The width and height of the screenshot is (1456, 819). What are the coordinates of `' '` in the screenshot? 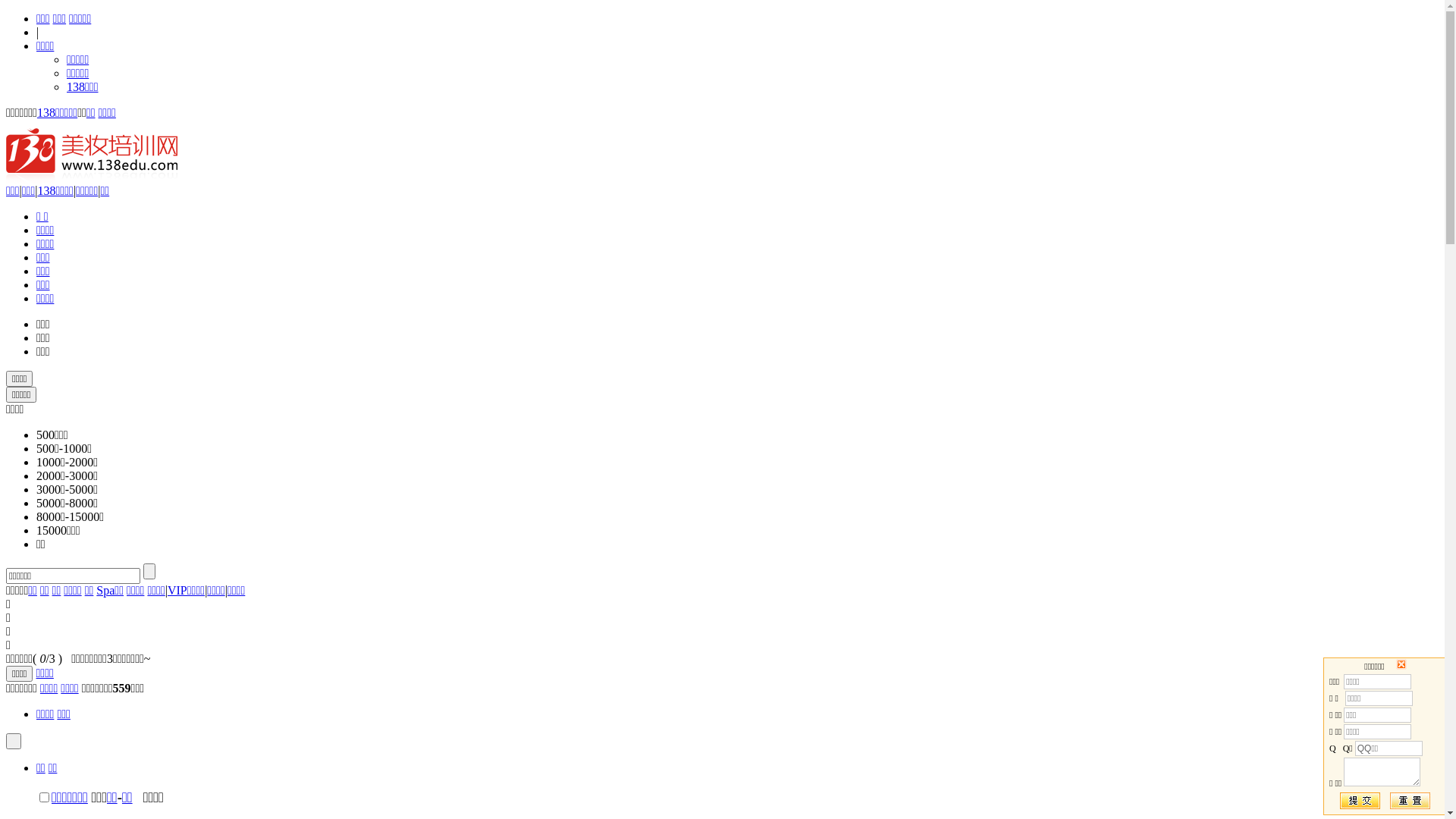 It's located at (14, 740).